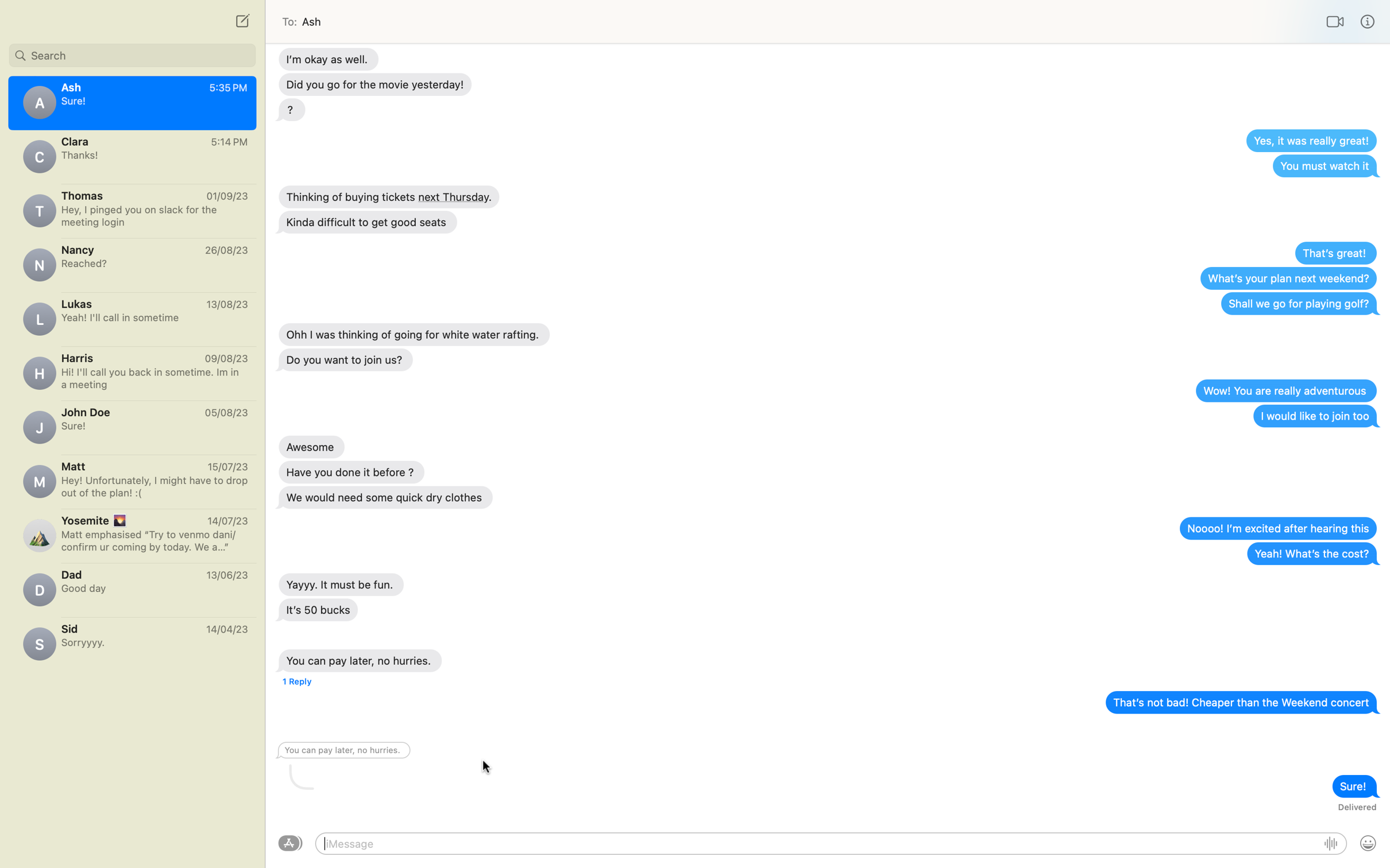 This screenshot has height=868, width=1390. I want to click on right-click function for the text "Yeah, what"s the cost?, so click(1311, 553).